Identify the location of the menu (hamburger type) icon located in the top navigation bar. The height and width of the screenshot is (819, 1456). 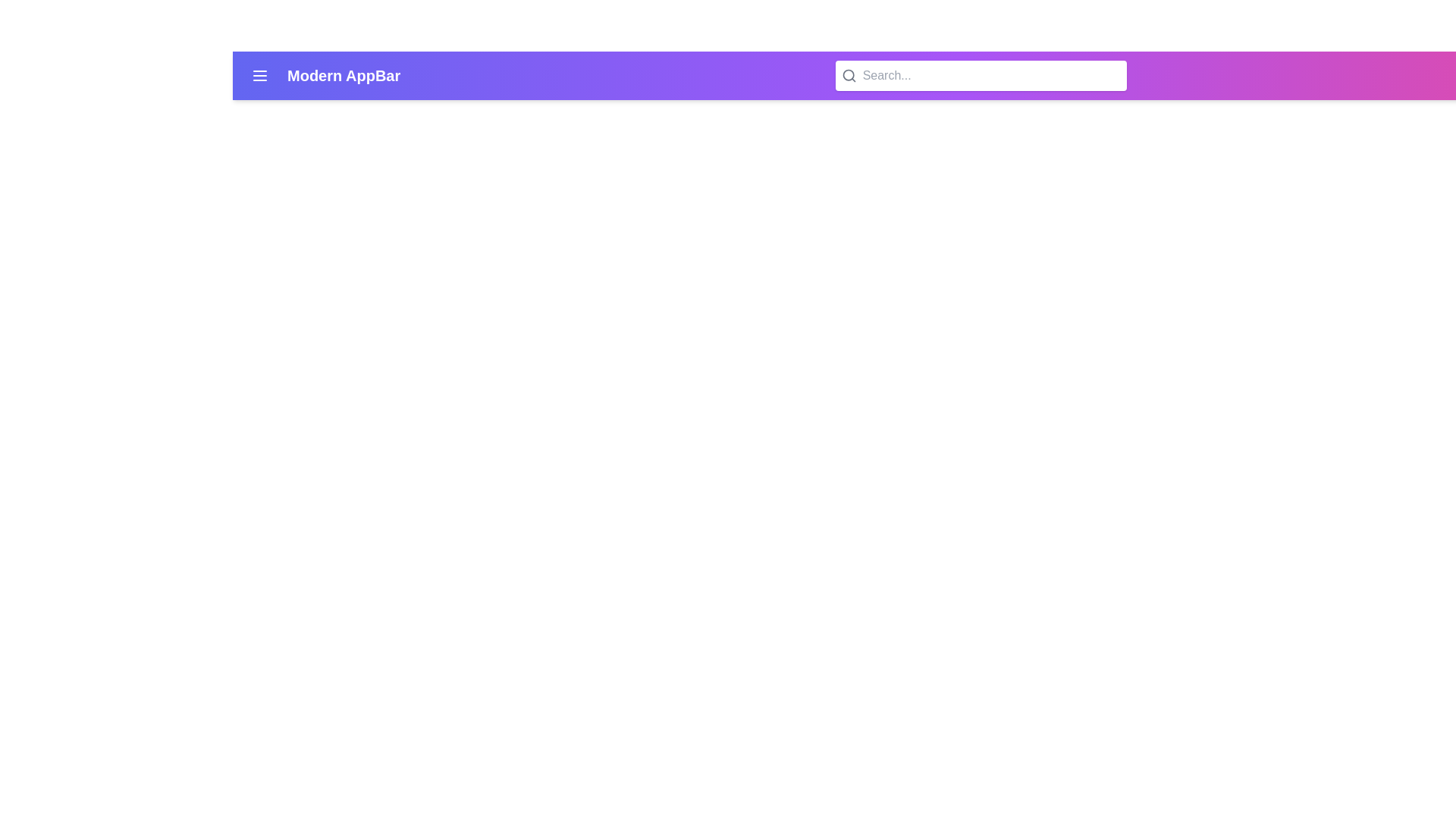
(259, 76).